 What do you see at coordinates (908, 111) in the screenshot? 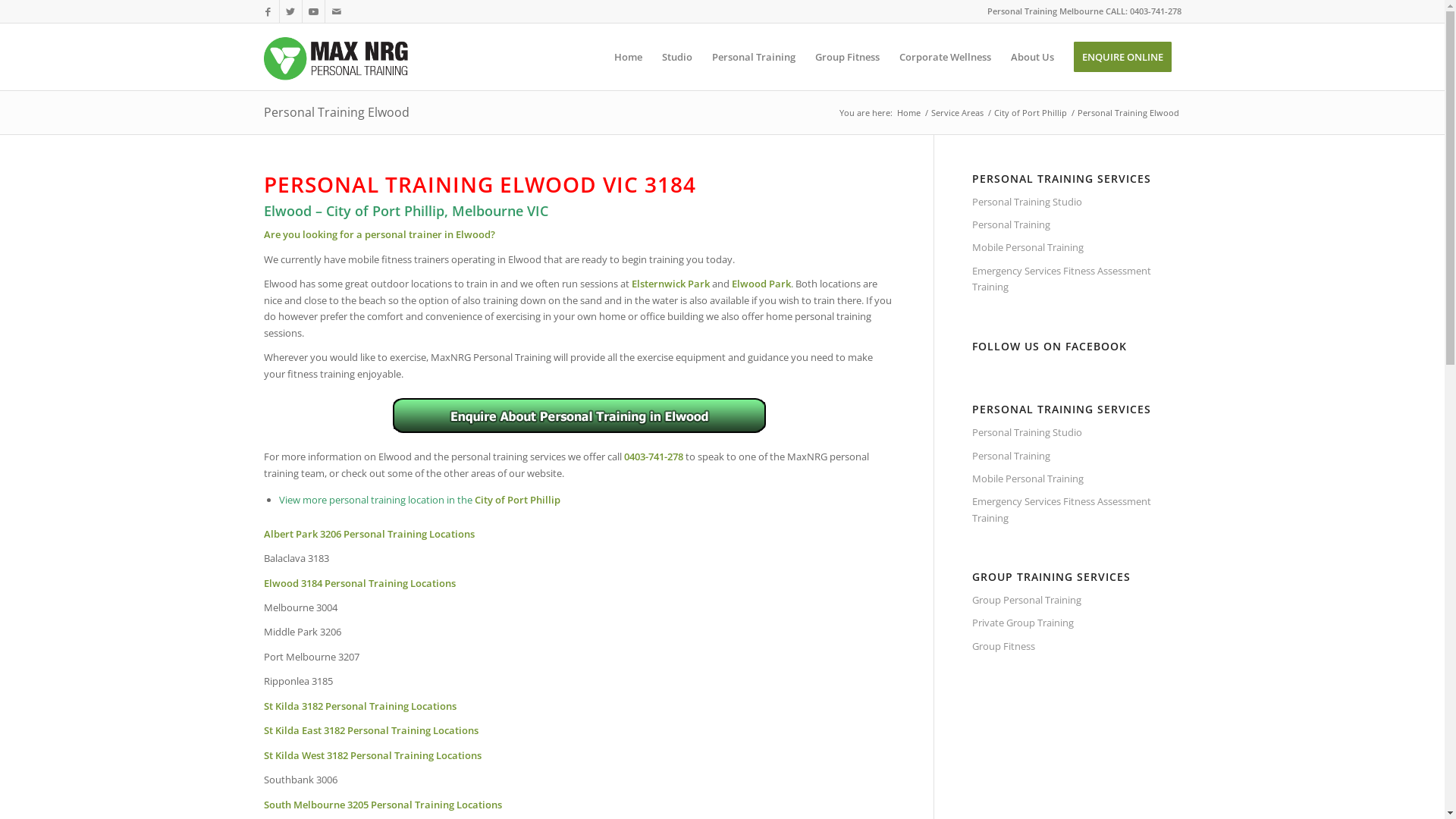
I see `'Home'` at bounding box center [908, 111].